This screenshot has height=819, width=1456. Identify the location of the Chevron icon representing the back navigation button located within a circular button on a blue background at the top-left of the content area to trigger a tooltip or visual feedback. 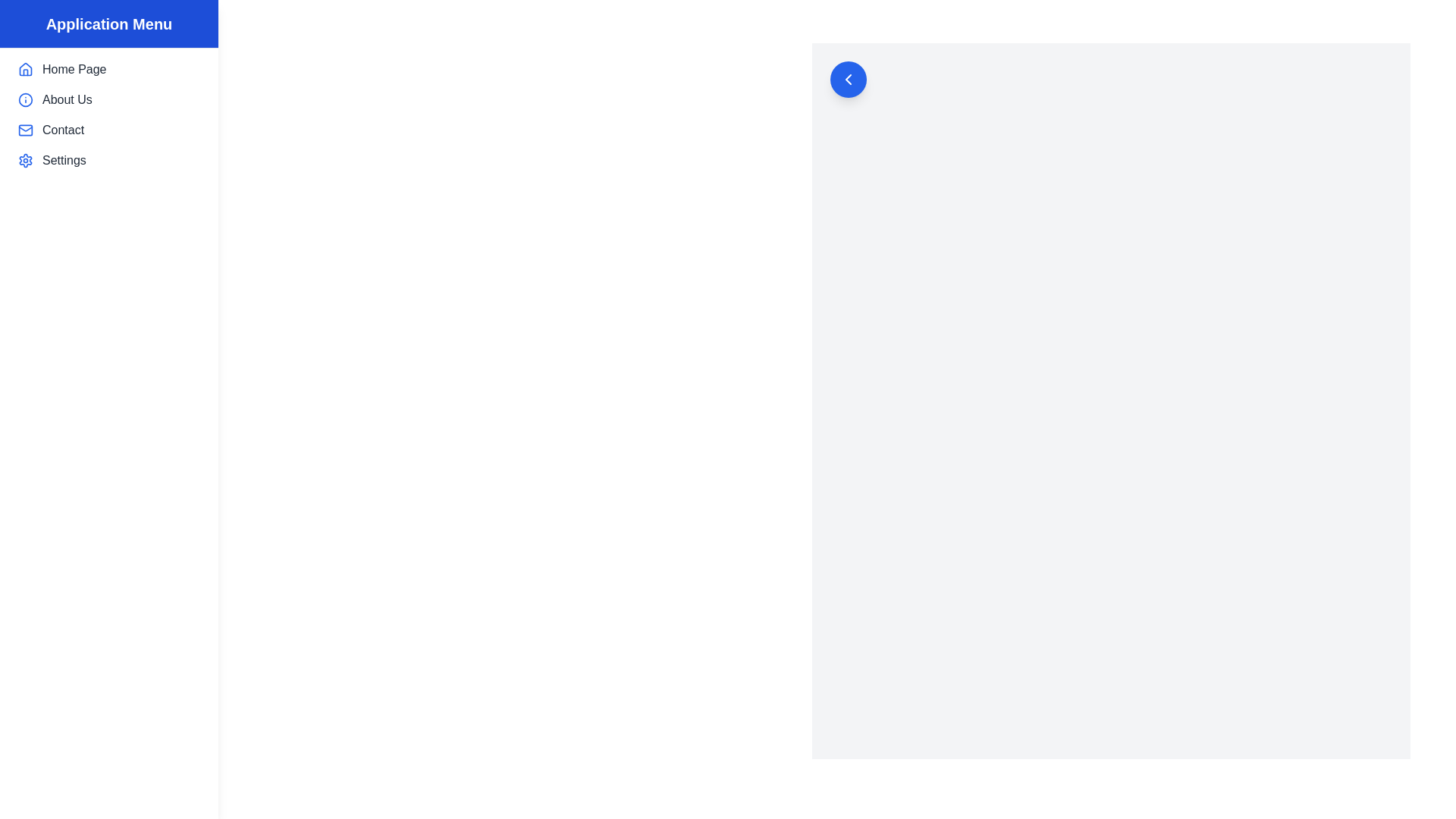
(847, 79).